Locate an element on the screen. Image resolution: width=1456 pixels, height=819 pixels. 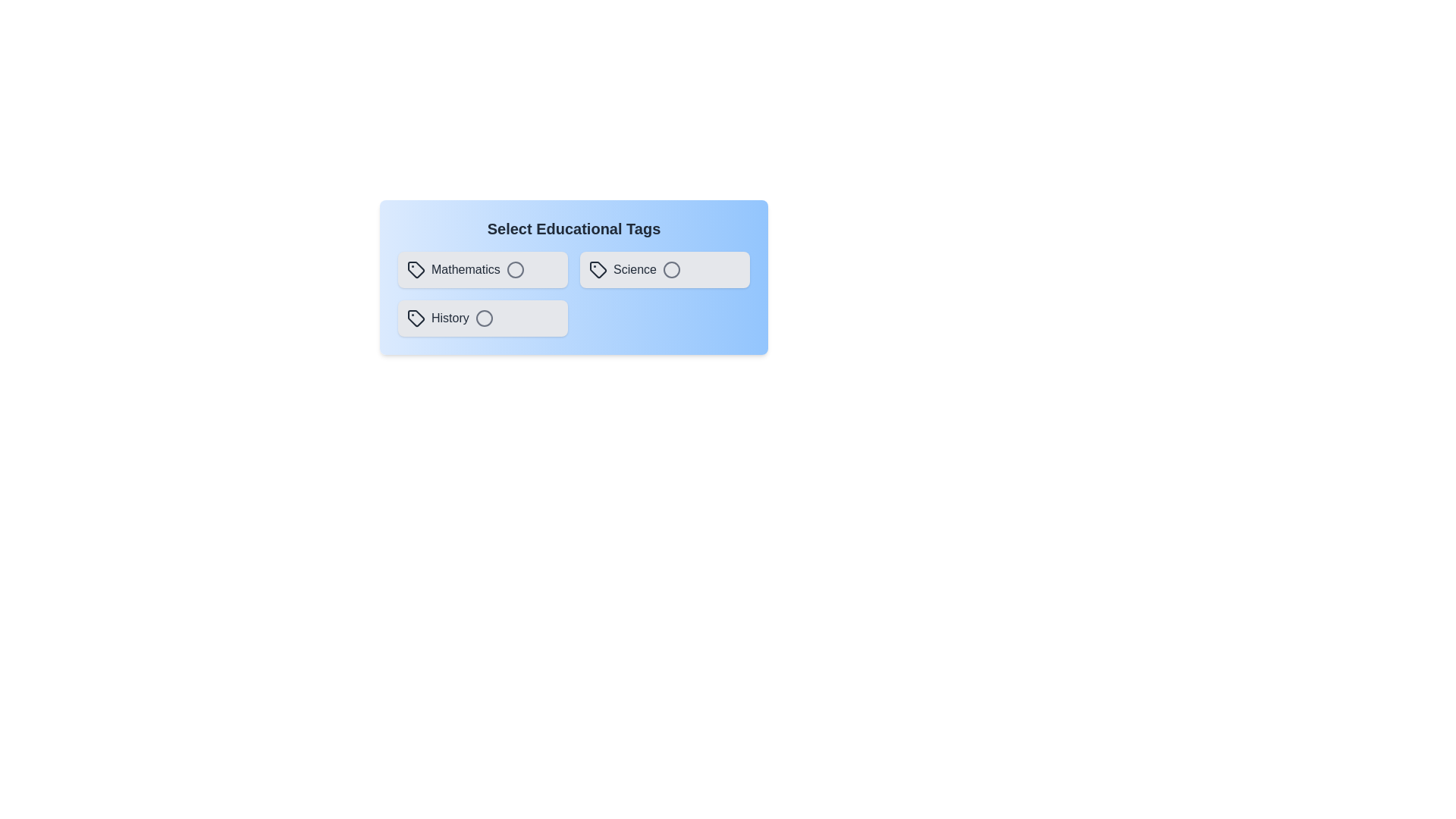
the EducationalTagSelector component by clicking on its center is located at coordinates (573, 278).